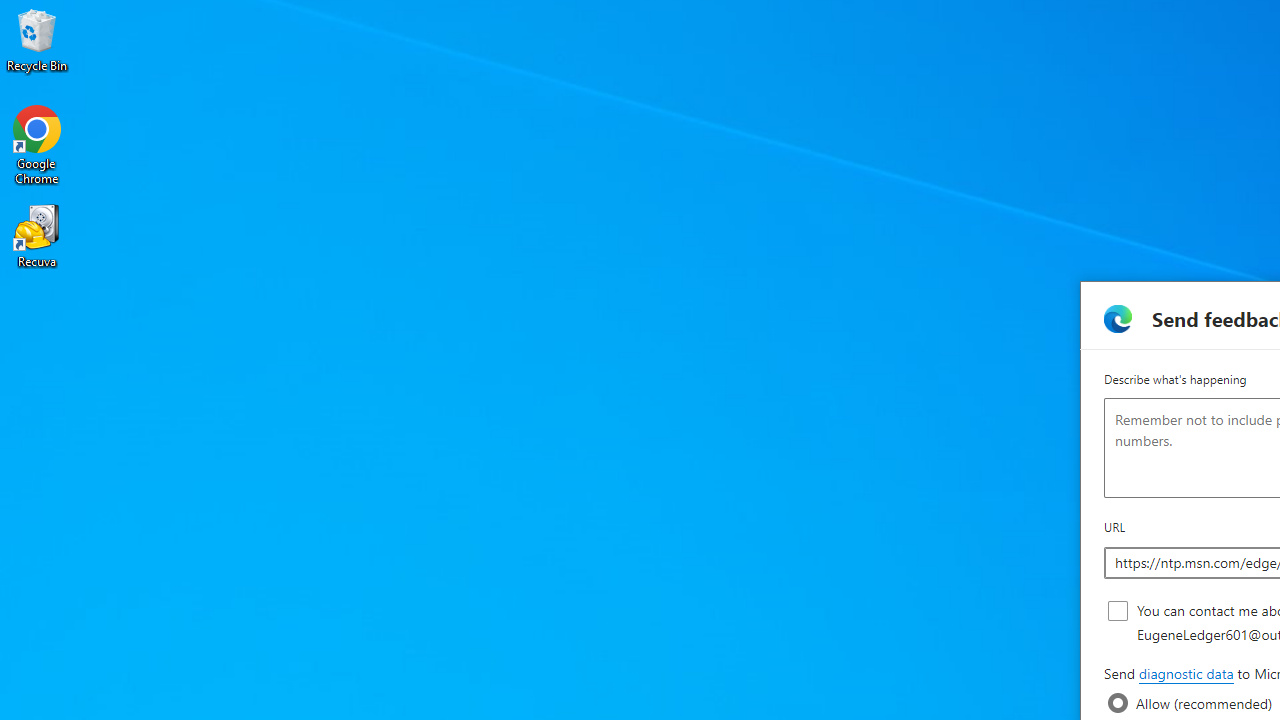  What do you see at coordinates (1185, 674) in the screenshot?
I see `'diagnostic data'` at bounding box center [1185, 674].